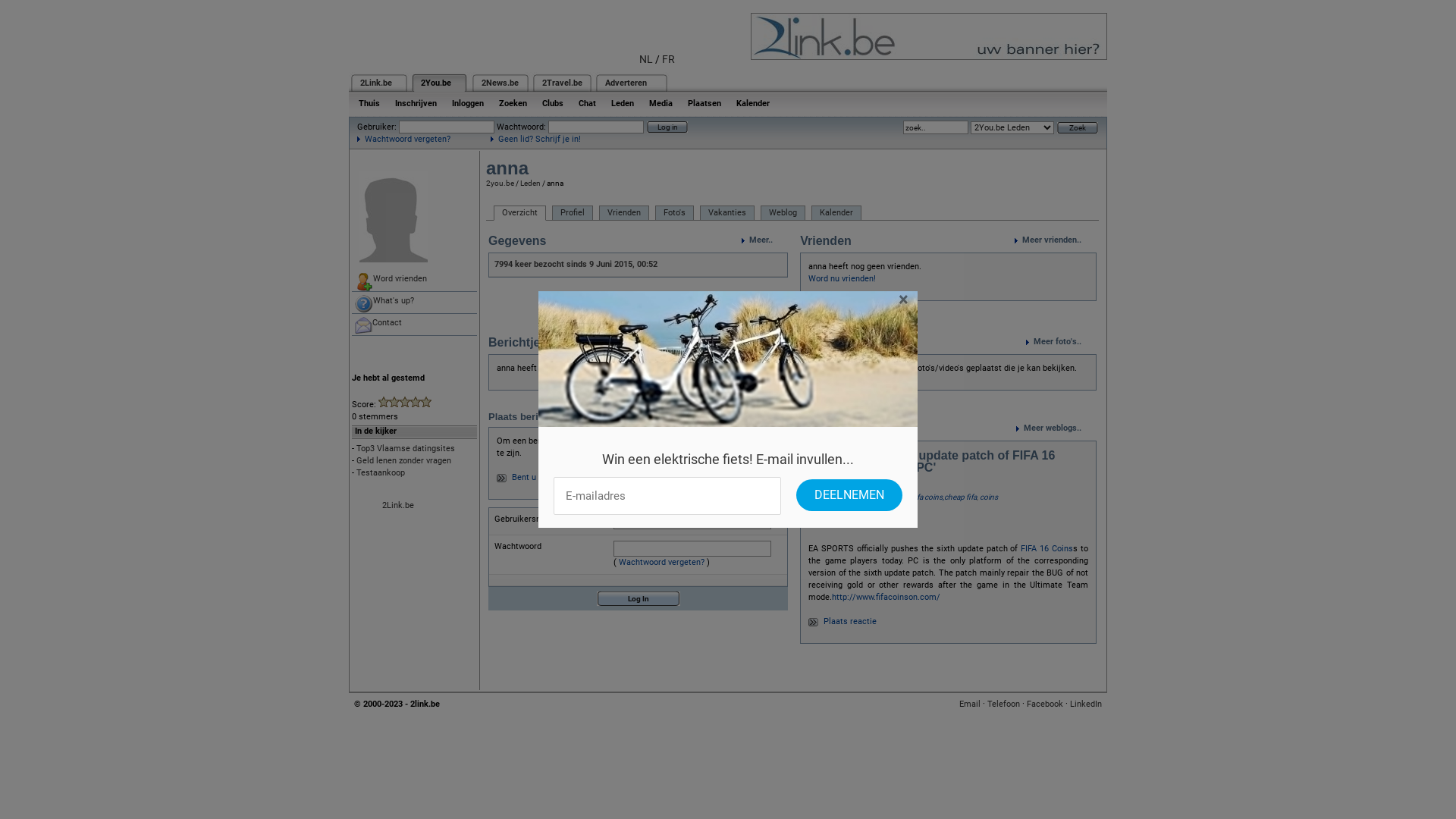 The image size is (1456, 819). I want to click on 'Kalender', so click(836, 213).